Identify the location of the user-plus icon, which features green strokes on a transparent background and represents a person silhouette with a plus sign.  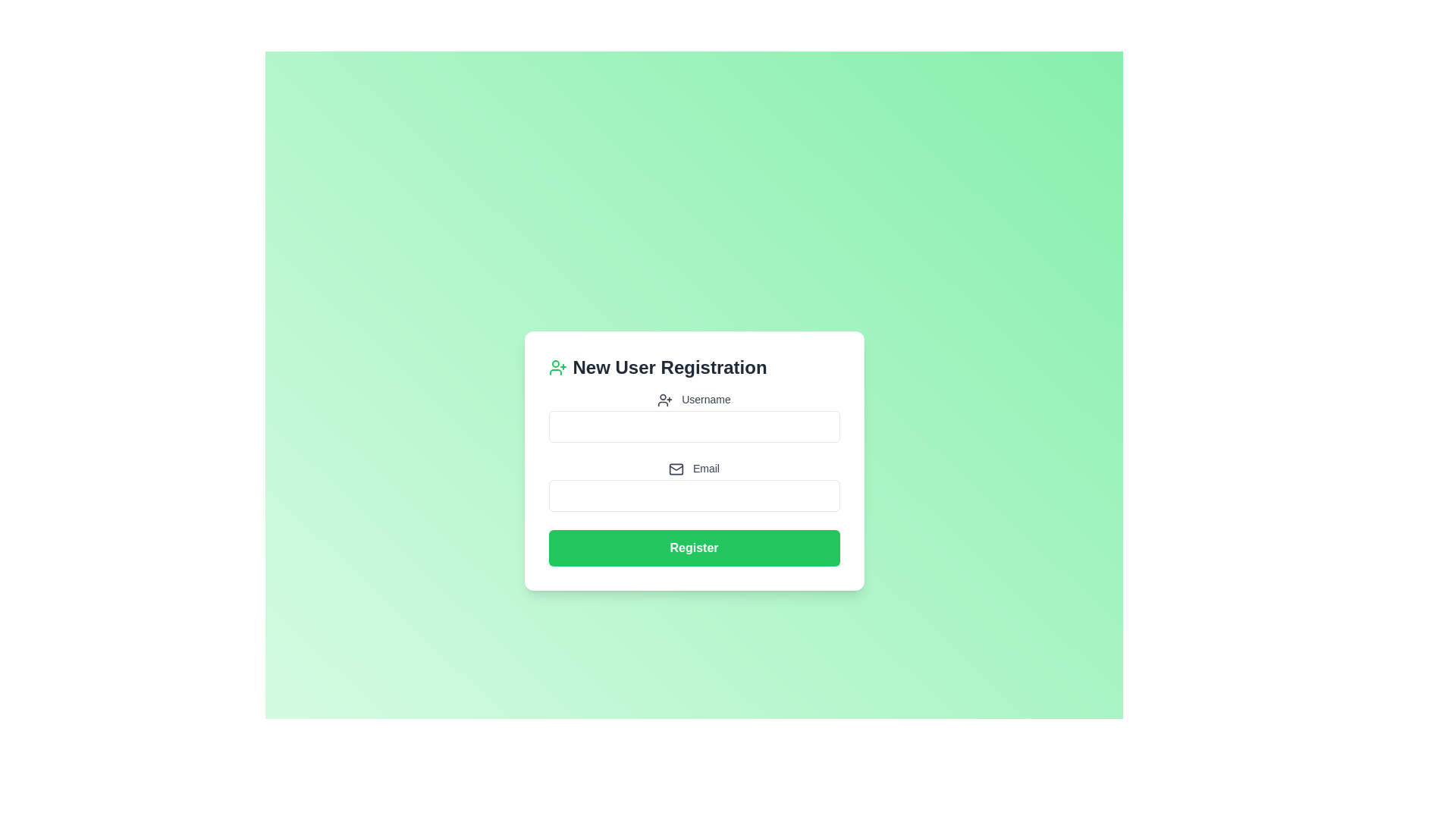
(557, 367).